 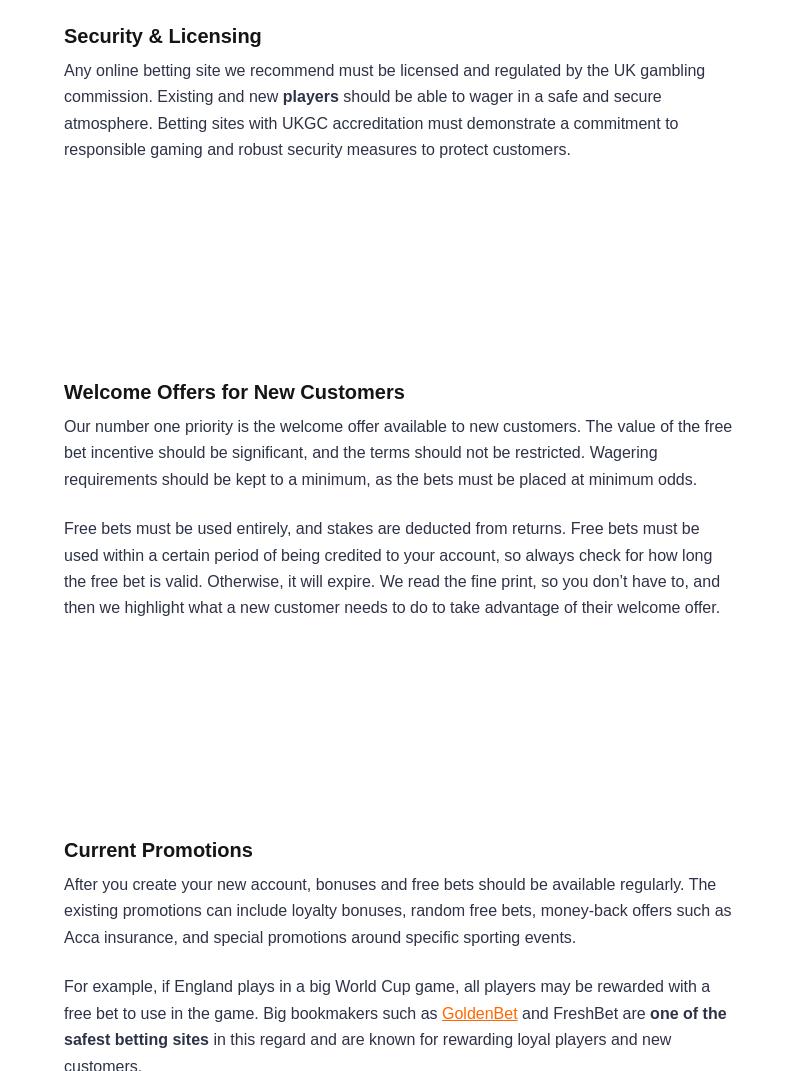 What do you see at coordinates (582, 1012) in the screenshot?
I see `'and FreshBet are'` at bounding box center [582, 1012].